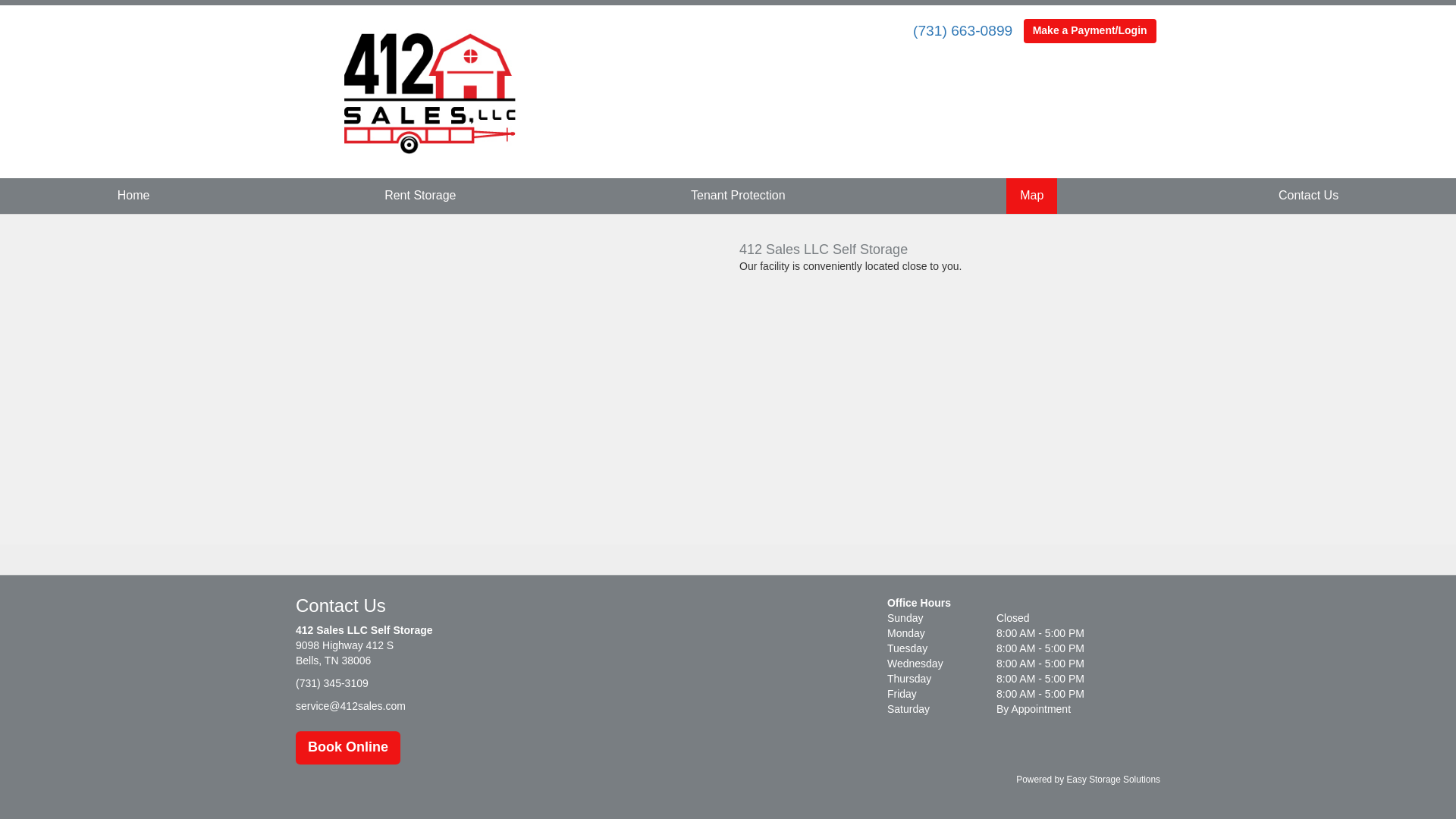  Describe the element at coordinates (347, 747) in the screenshot. I see `'Book Online'` at that location.